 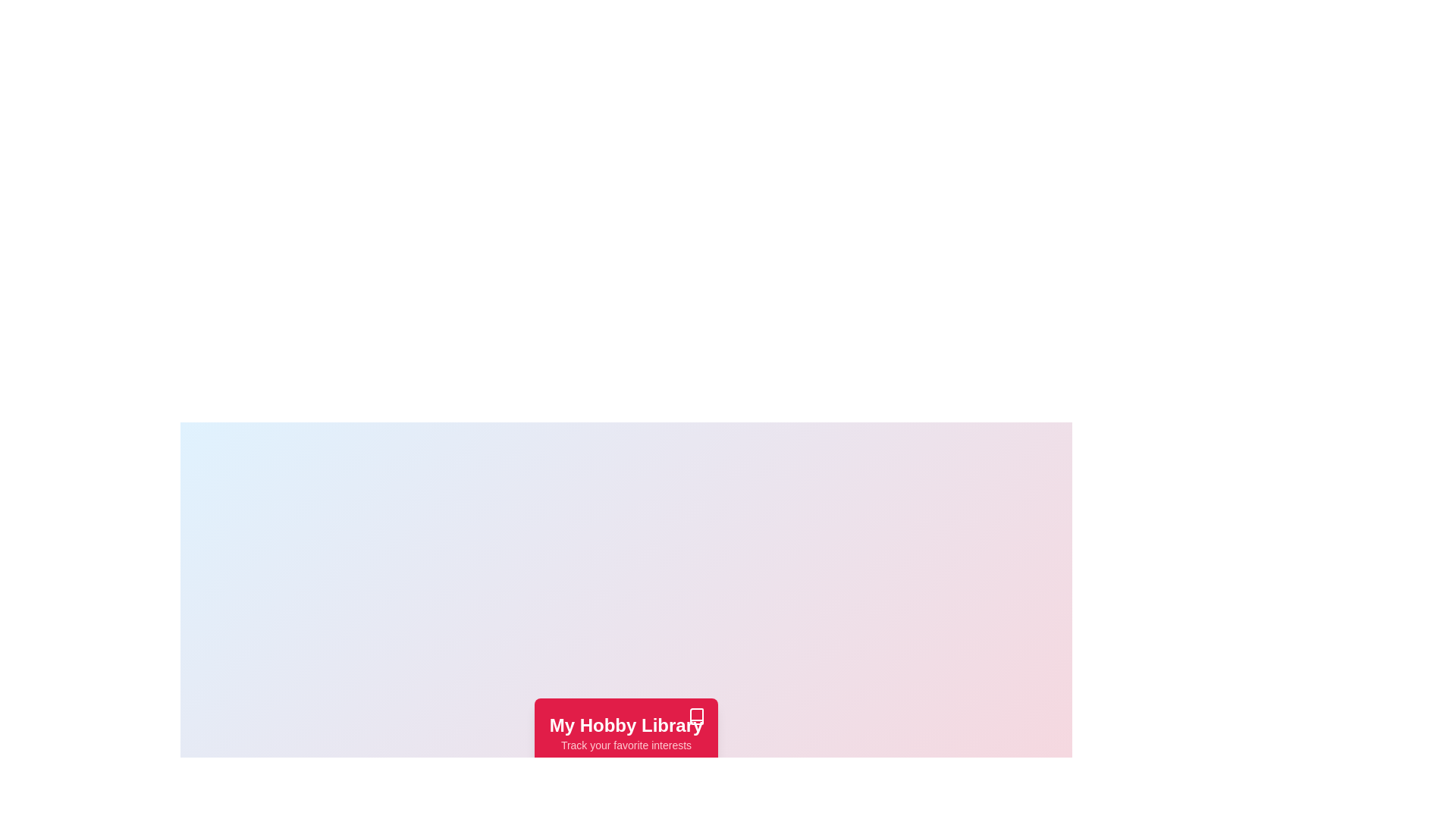 I want to click on the graphical icon resembling a closed book located in the upper-right area of the 'My Hobby Library' button, so click(x=696, y=717).